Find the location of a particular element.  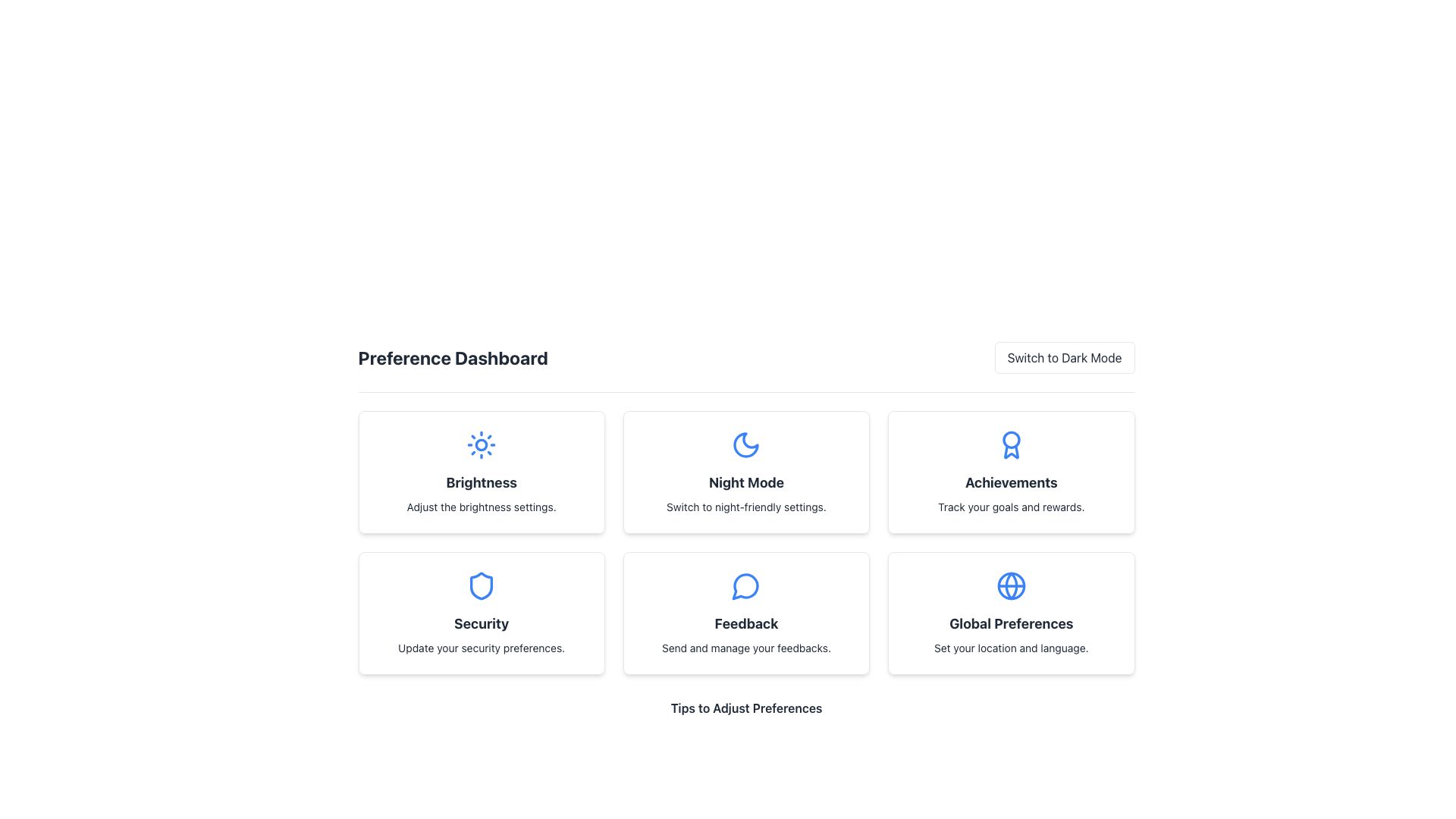

the descriptive subtitle text located at the bottom of the 'Achievements' card in the preference dashboard interface is located at coordinates (1011, 507).